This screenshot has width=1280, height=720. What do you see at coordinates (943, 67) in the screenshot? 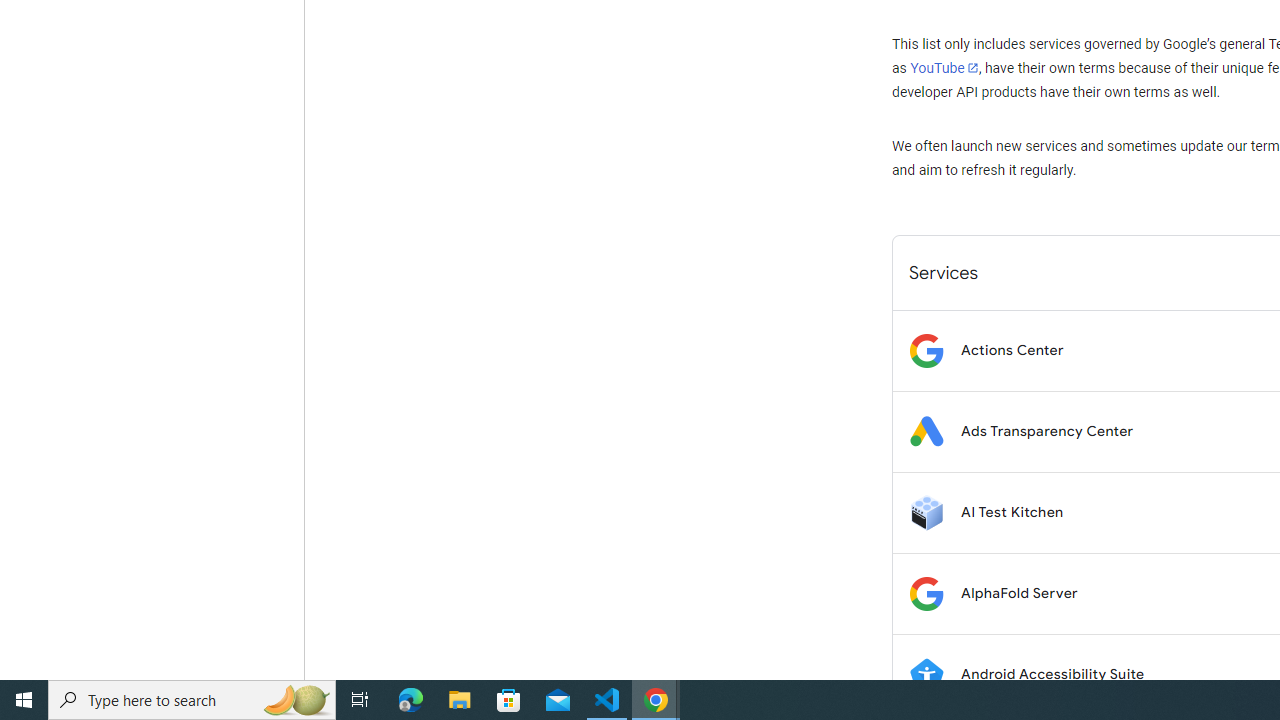
I see `'YouTube'` at bounding box center [943, 67].